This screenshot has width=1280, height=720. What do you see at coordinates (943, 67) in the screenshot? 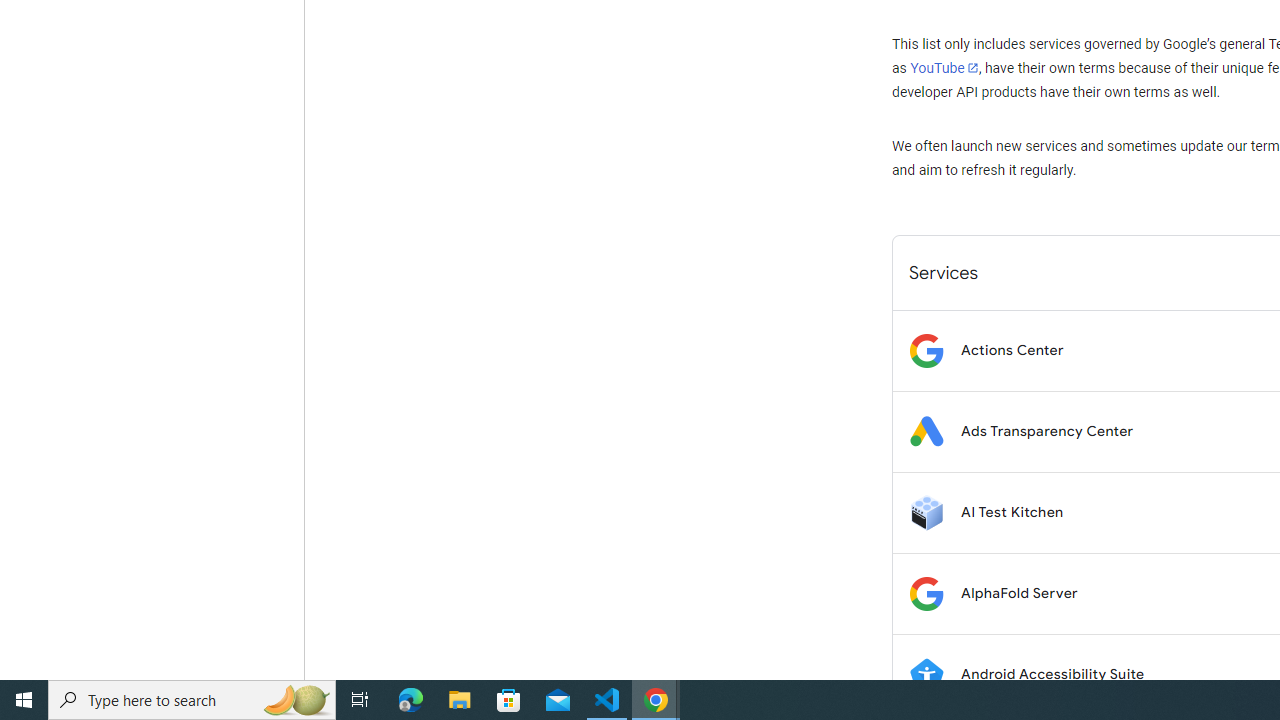
I see `'YouTube'` at bounding box center [943, 67].